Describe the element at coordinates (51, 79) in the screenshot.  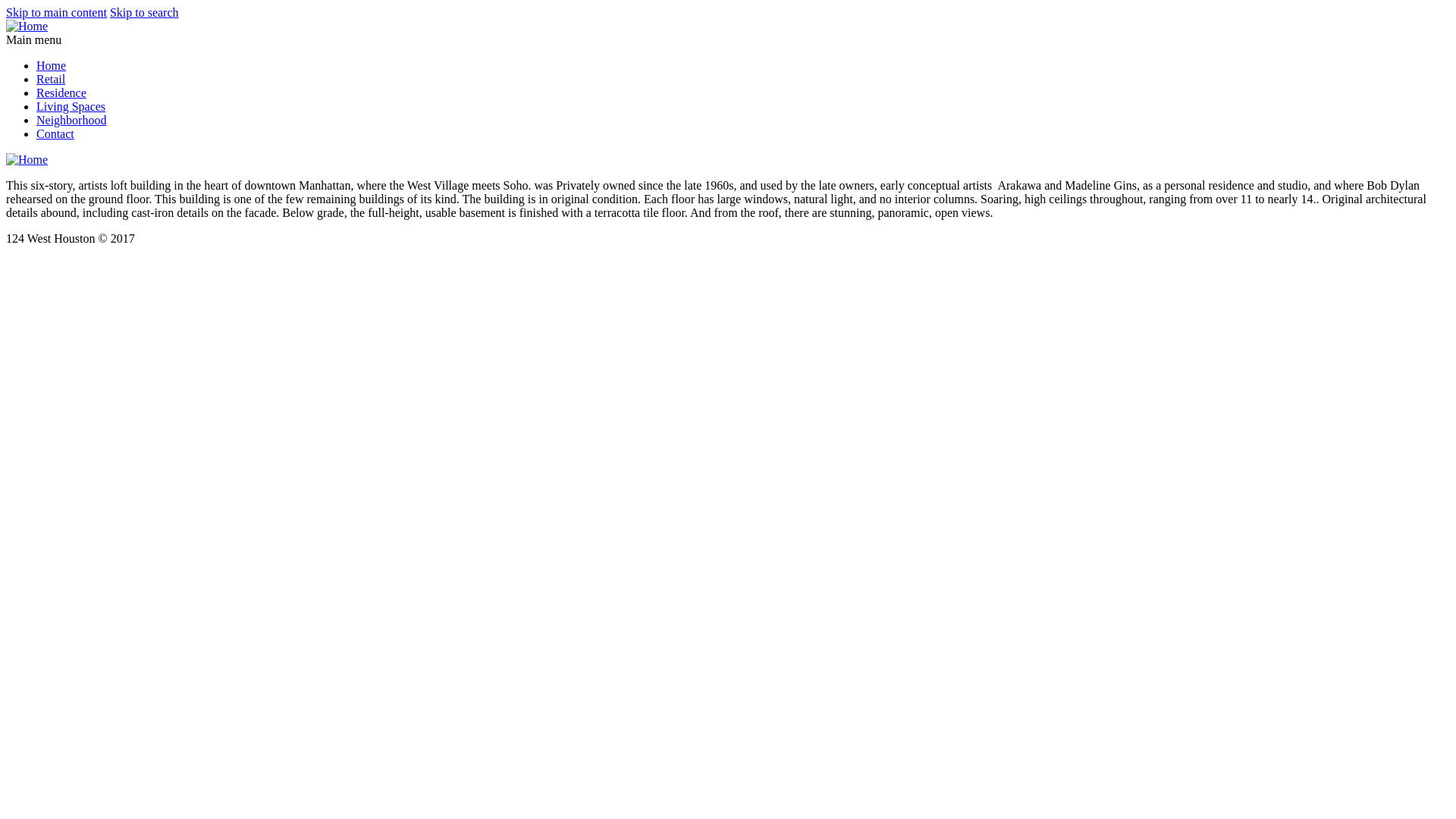
I see `'Retail'` at that location.